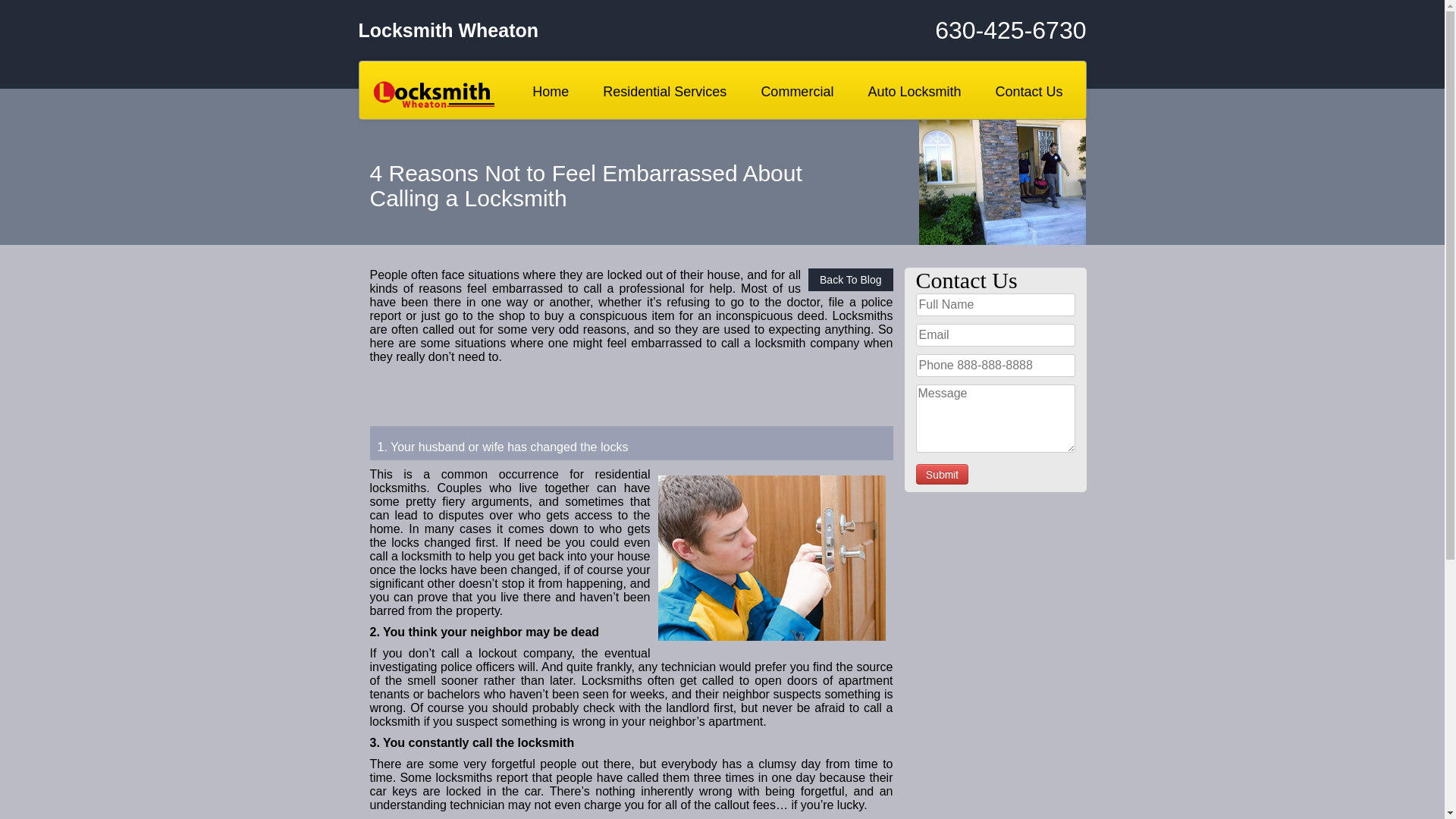 The image size is (1456, 819). I want to click on 'Home', so click(549, 91).